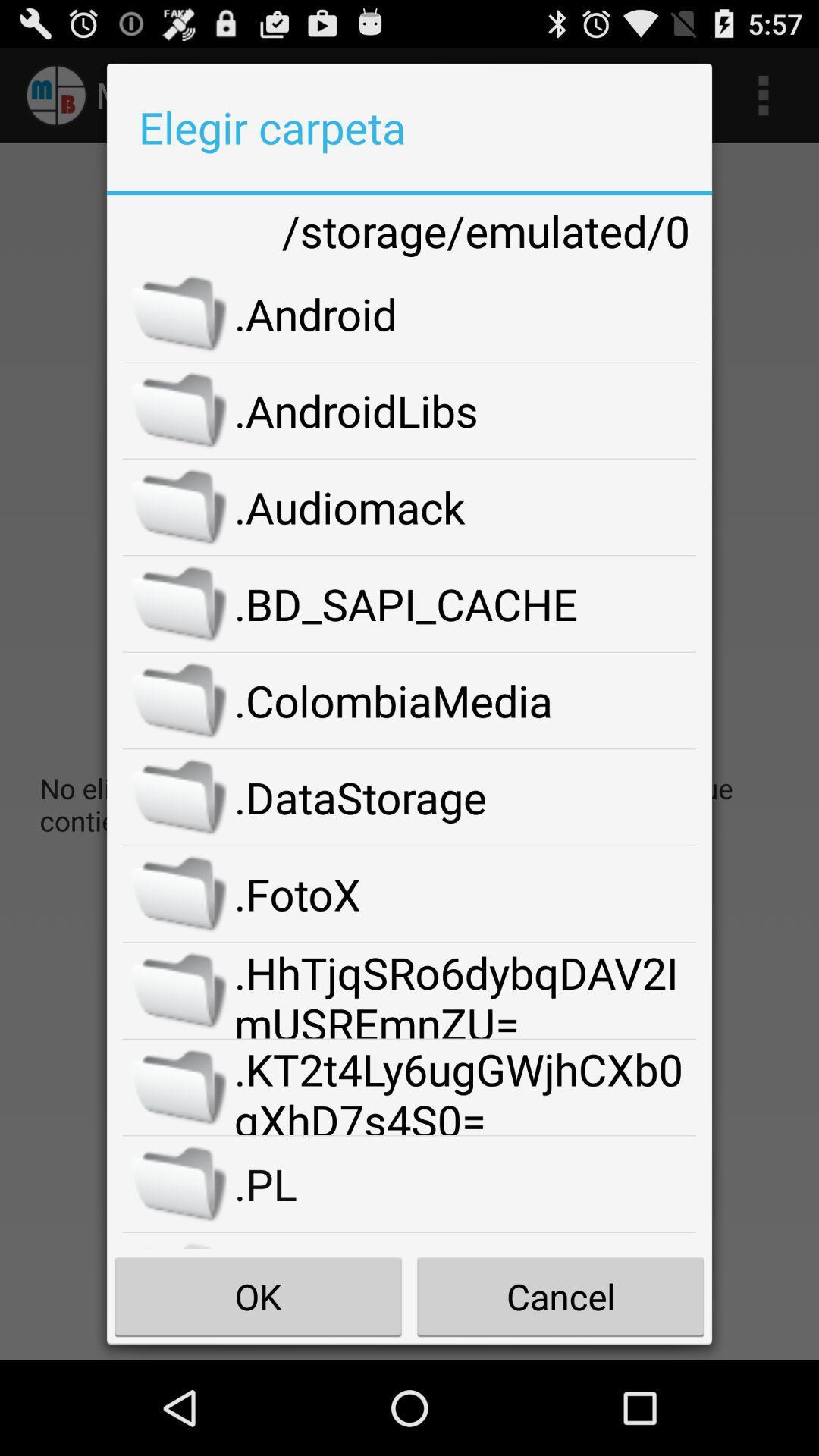  Describe the element at coordinates (464, 1183) in the screenshot. I see `.pl icon` at that location.